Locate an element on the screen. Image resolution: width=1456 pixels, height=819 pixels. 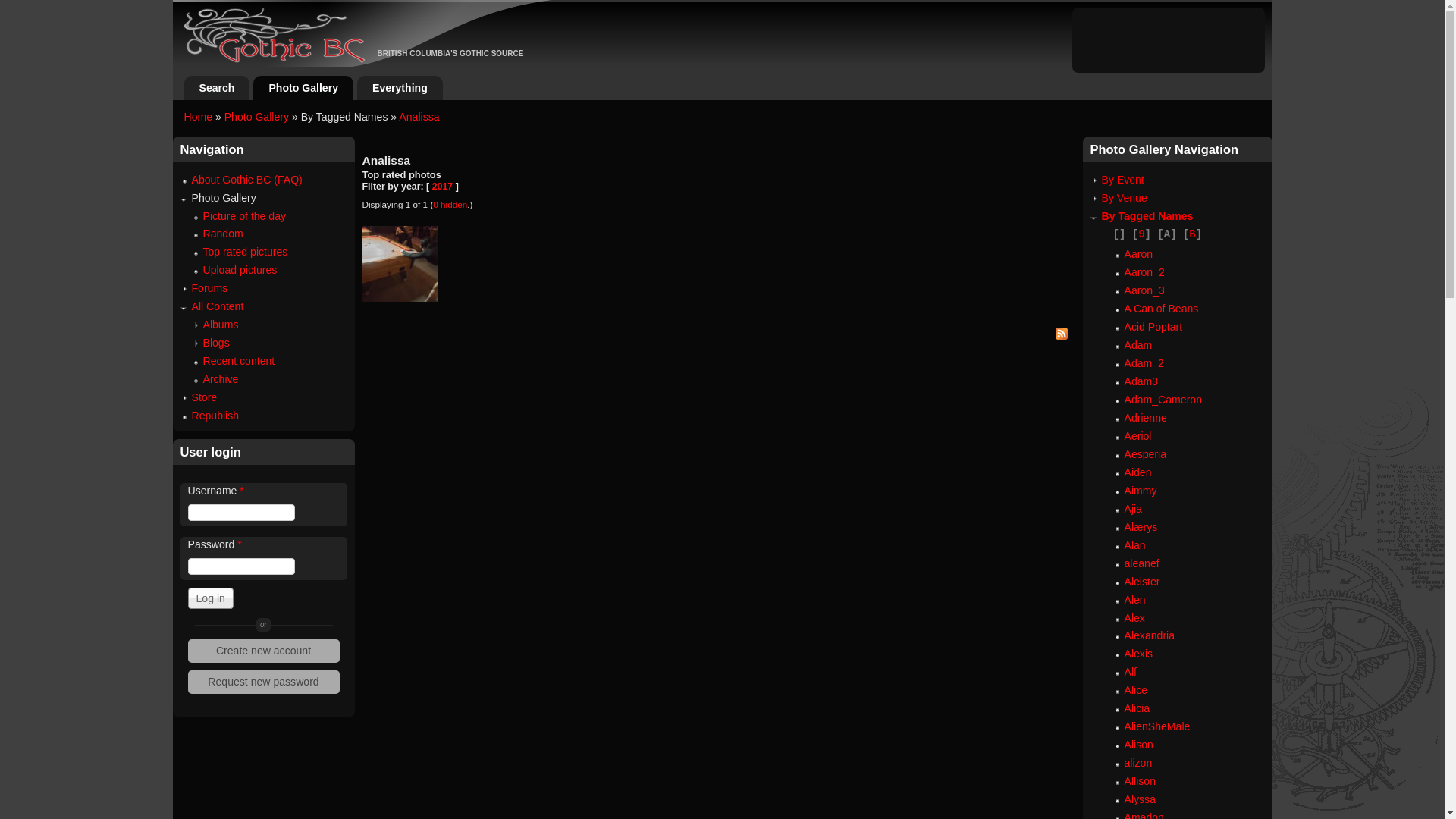
'AlienSheMale' is located at coordinates (1156, 725).